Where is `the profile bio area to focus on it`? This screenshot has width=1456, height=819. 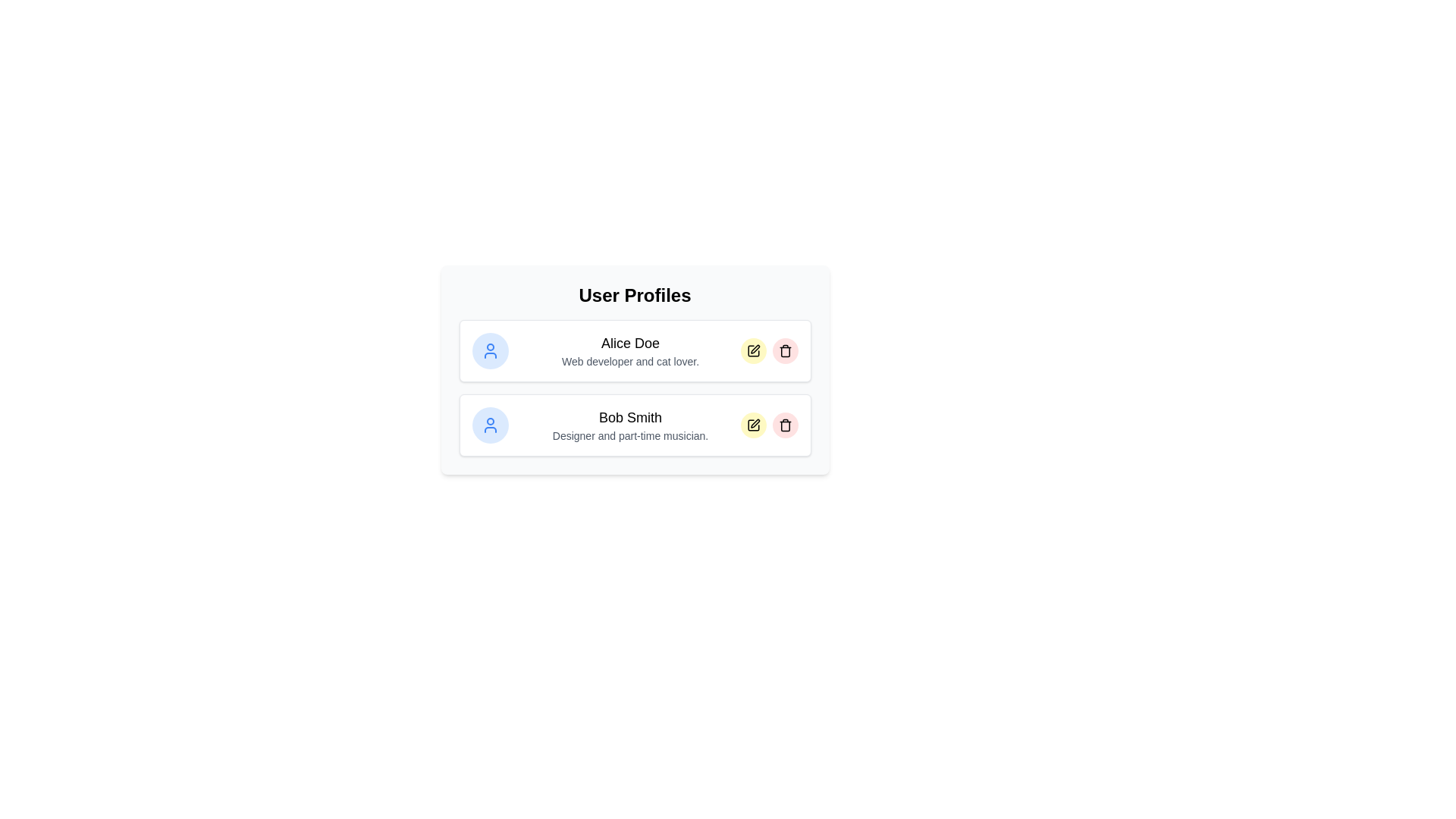
the profile bio area to focus on it is located at coordinates (630, 350).